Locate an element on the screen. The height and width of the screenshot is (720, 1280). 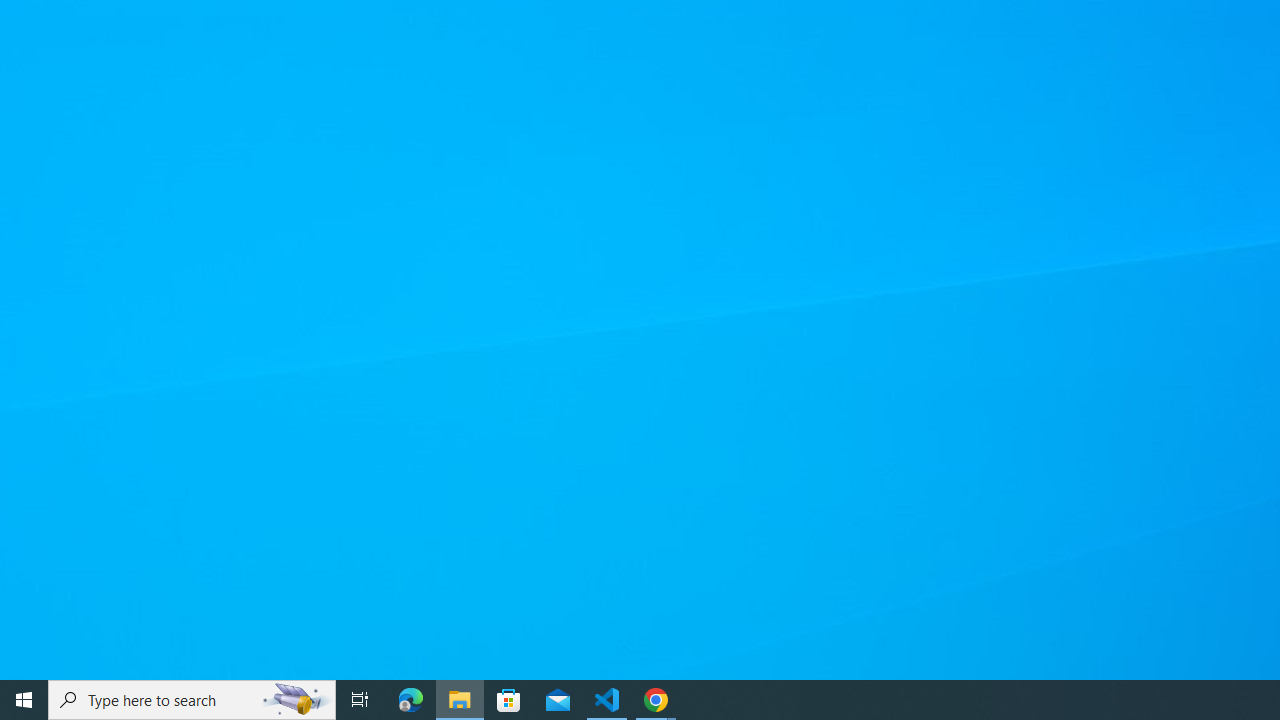
'Task View' is located at coordinates (359, 698).